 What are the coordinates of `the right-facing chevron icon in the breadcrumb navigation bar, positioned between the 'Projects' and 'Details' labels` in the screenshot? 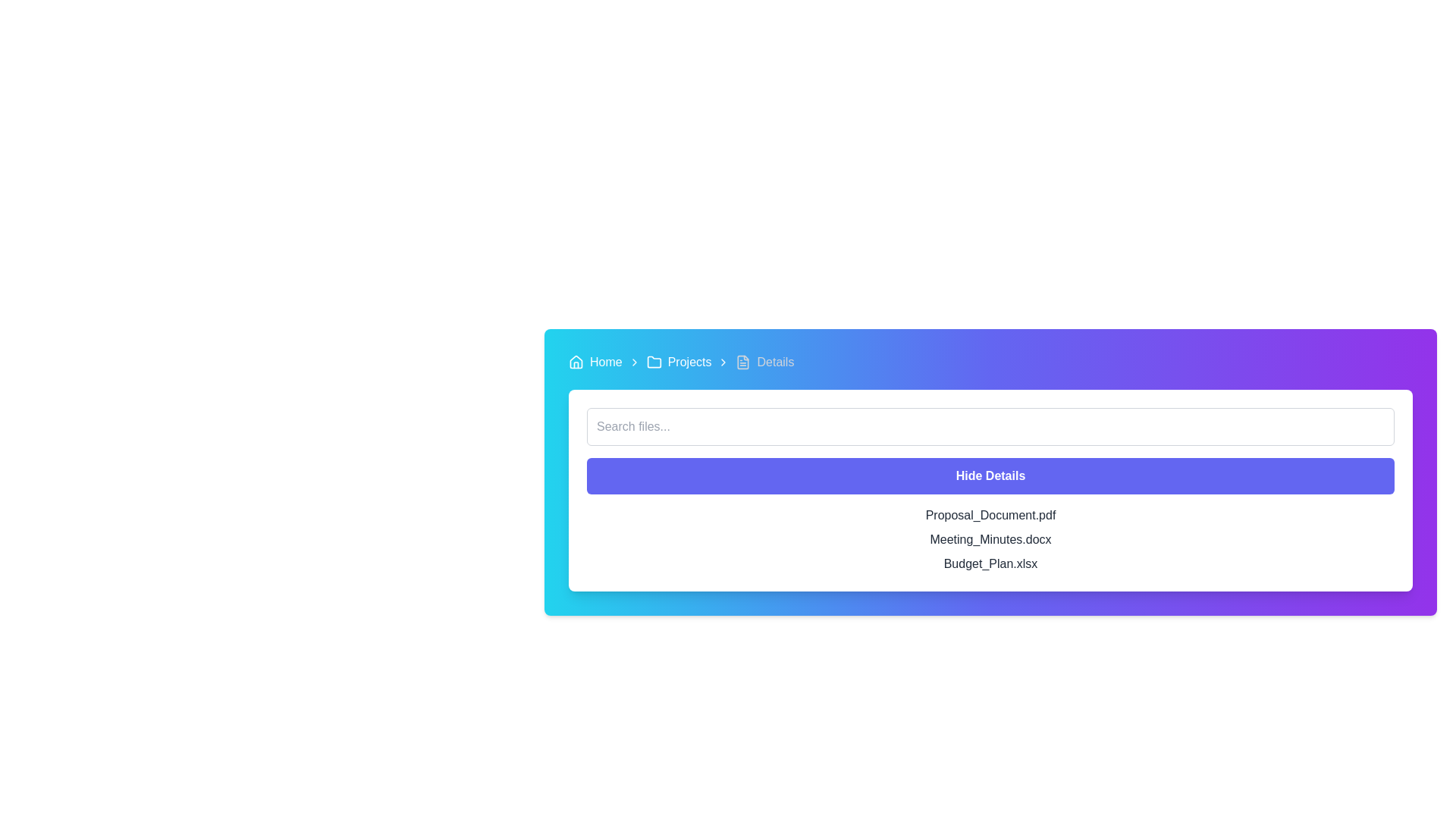 It's located at (723, 362).